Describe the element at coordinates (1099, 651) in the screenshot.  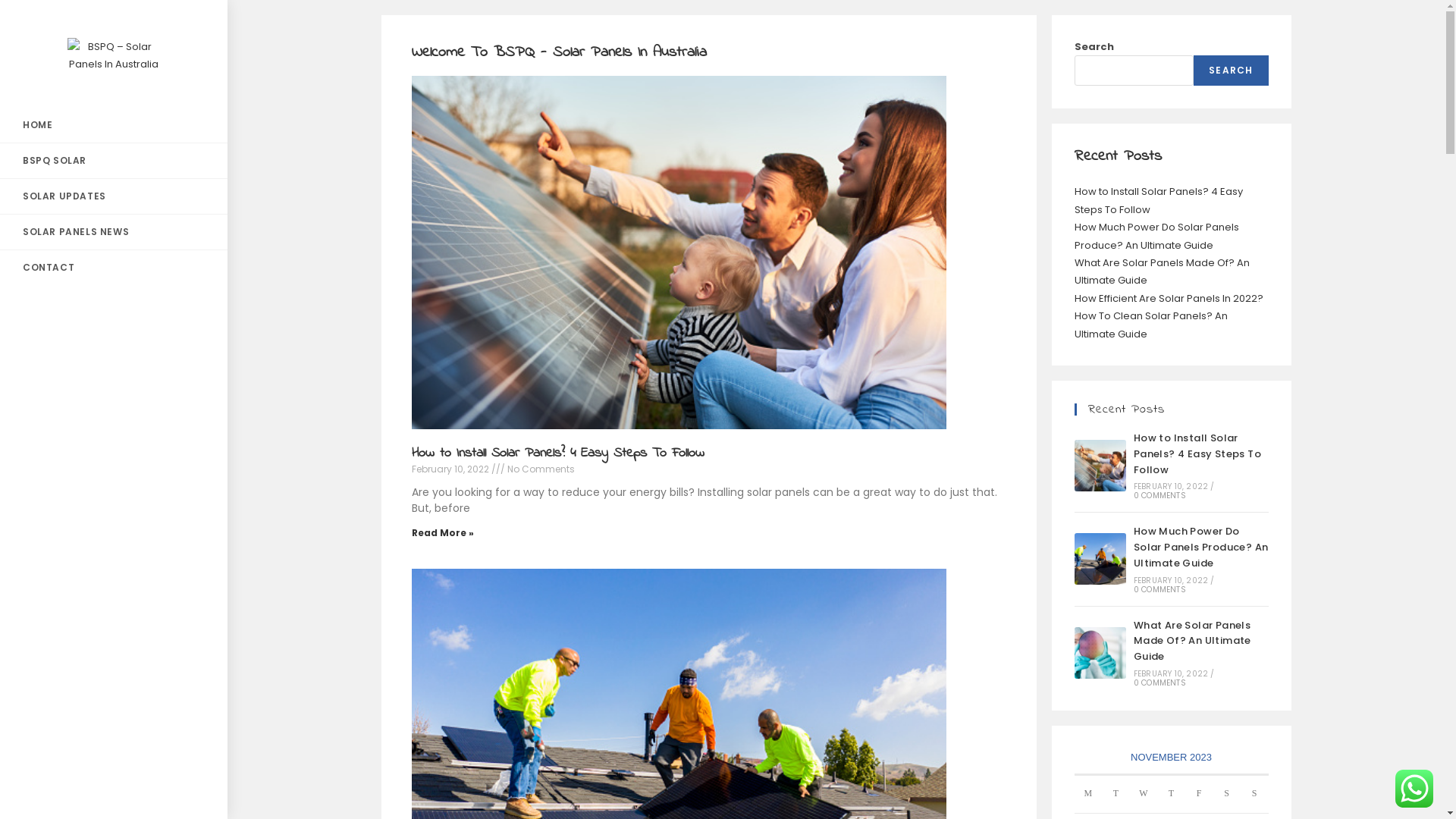
I see `'What Are Solar Panels Made Of? An Ultimate Guide'` at that location.